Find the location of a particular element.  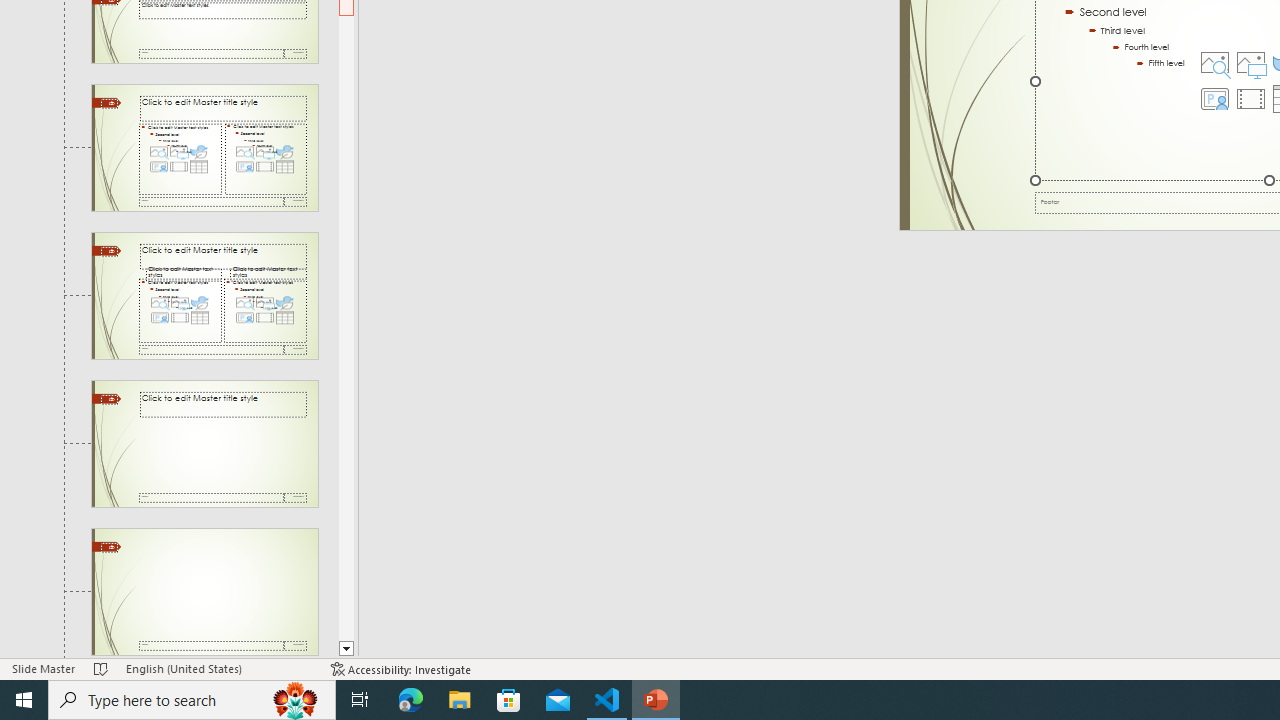

'Slide Blank Layout: used by no slides' is located at coordinates (204, 591).